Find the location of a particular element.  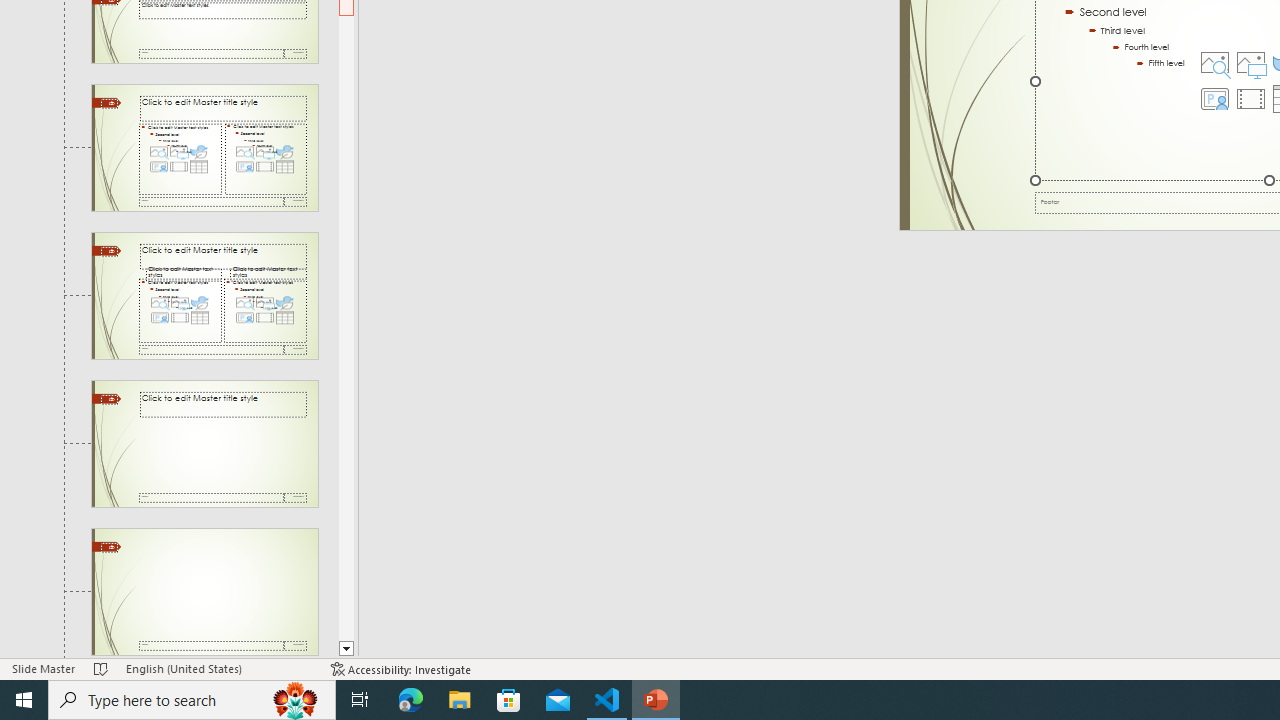

'Slide Blank Layout: used by no slides' is located at coordinates (204, 591).